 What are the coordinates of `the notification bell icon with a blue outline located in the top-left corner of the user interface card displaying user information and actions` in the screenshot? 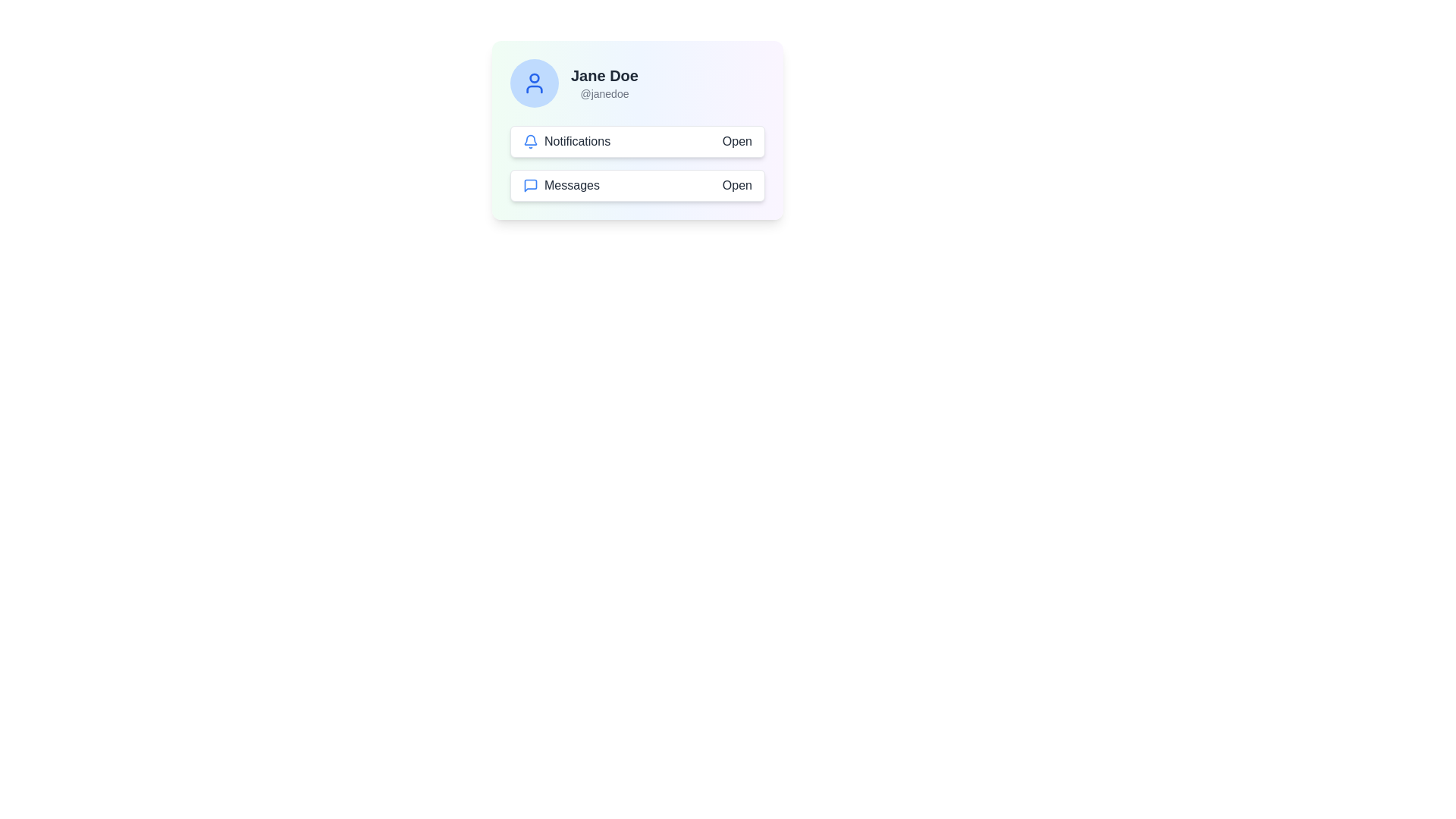 It's located at (531, 140).